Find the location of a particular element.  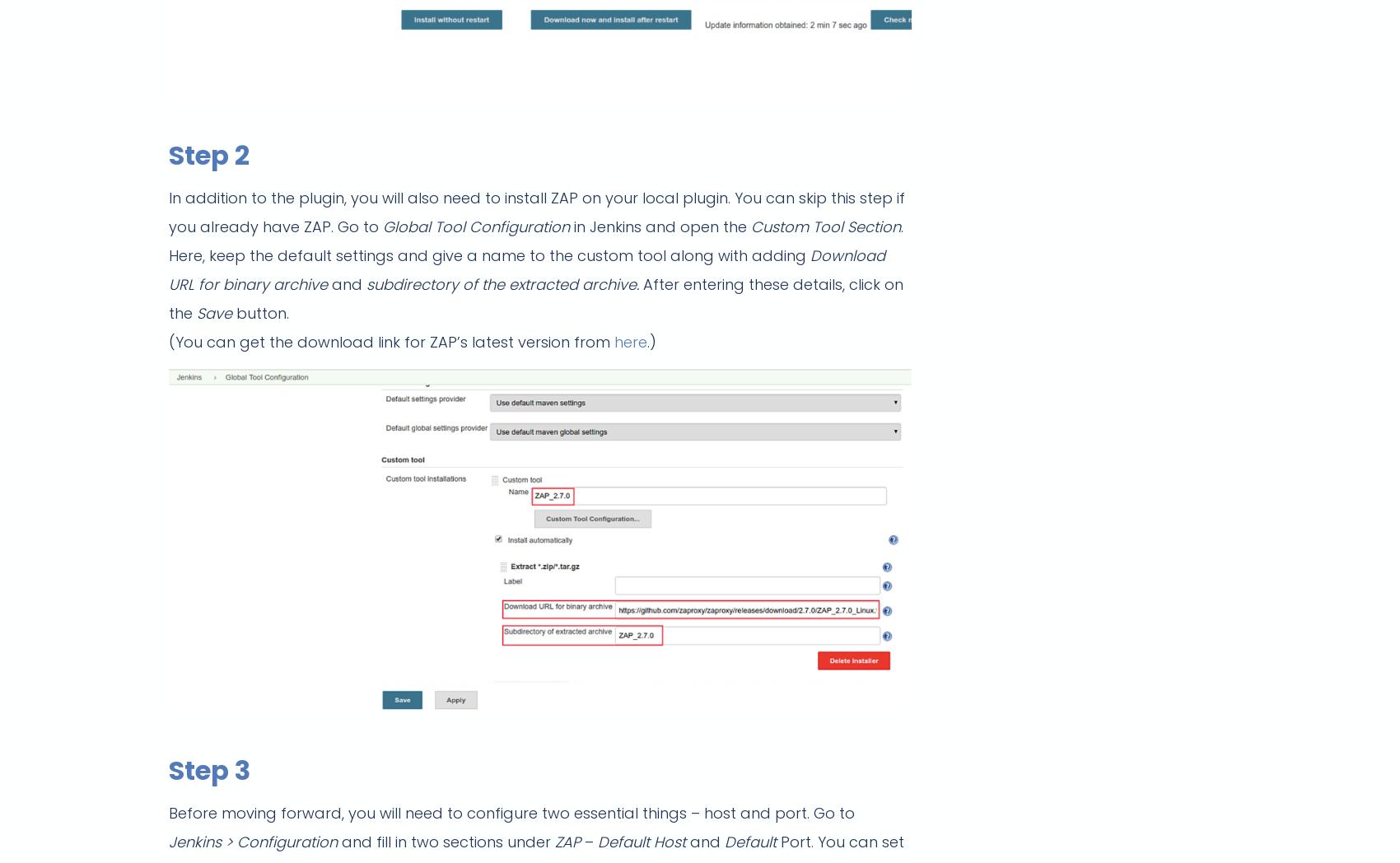

'Custom Tool Section' is located at coordinates (751, 226).